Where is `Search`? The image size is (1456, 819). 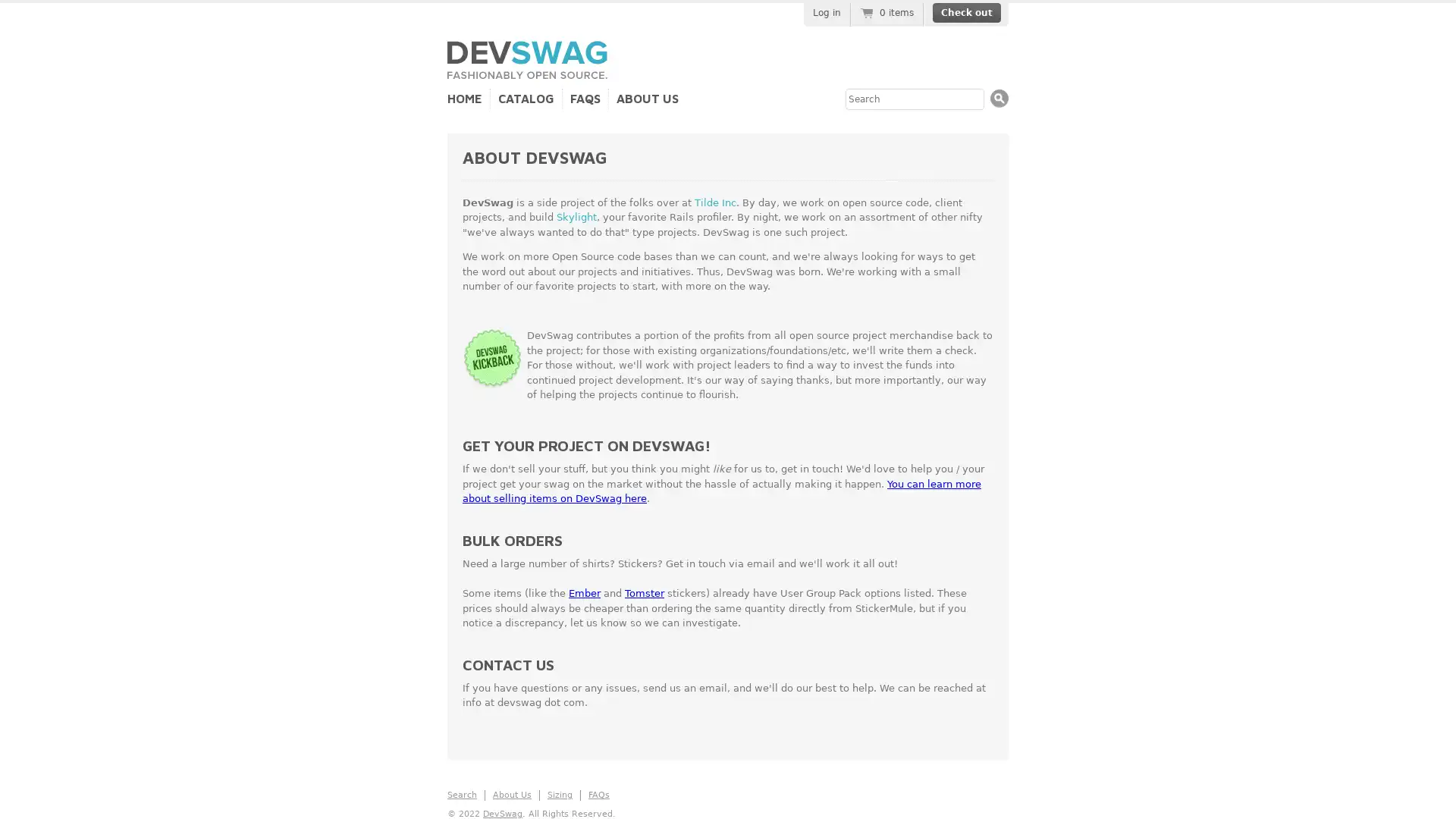
Search is located at coordinates (999, 98).